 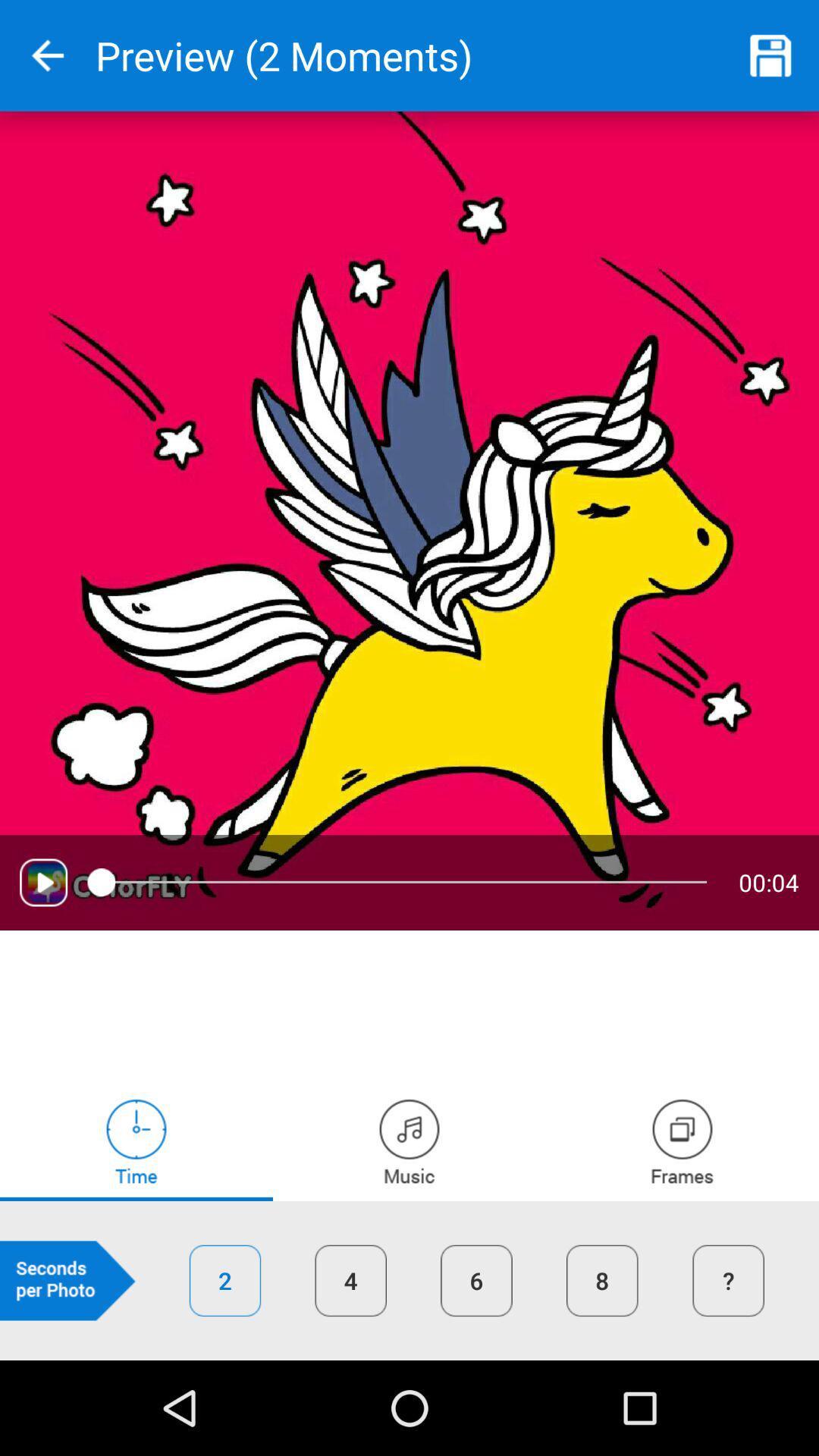 I want to click on music button, so click(x=409, y=1141).